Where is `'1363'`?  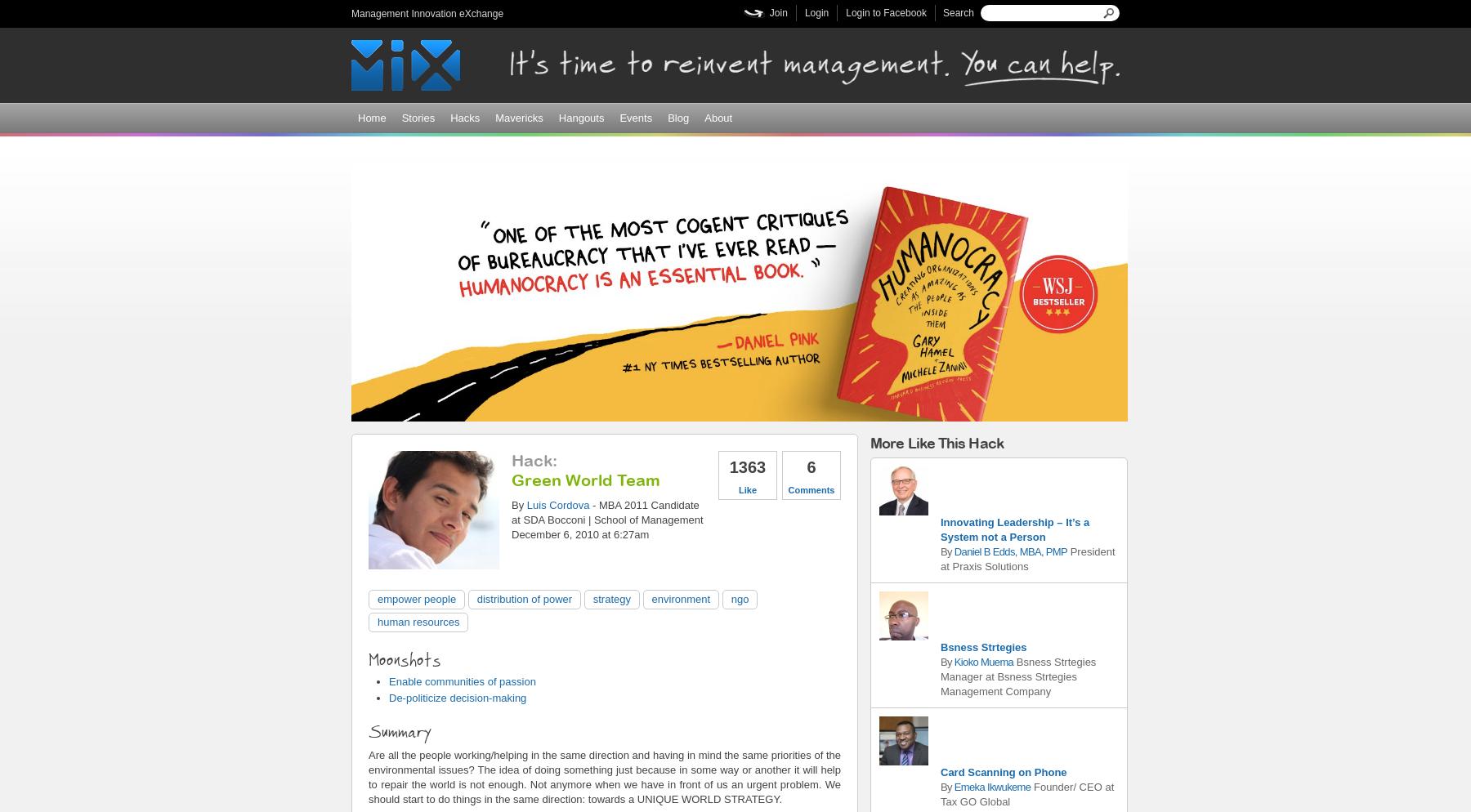 '1363' is located at coordinates (729, 466).